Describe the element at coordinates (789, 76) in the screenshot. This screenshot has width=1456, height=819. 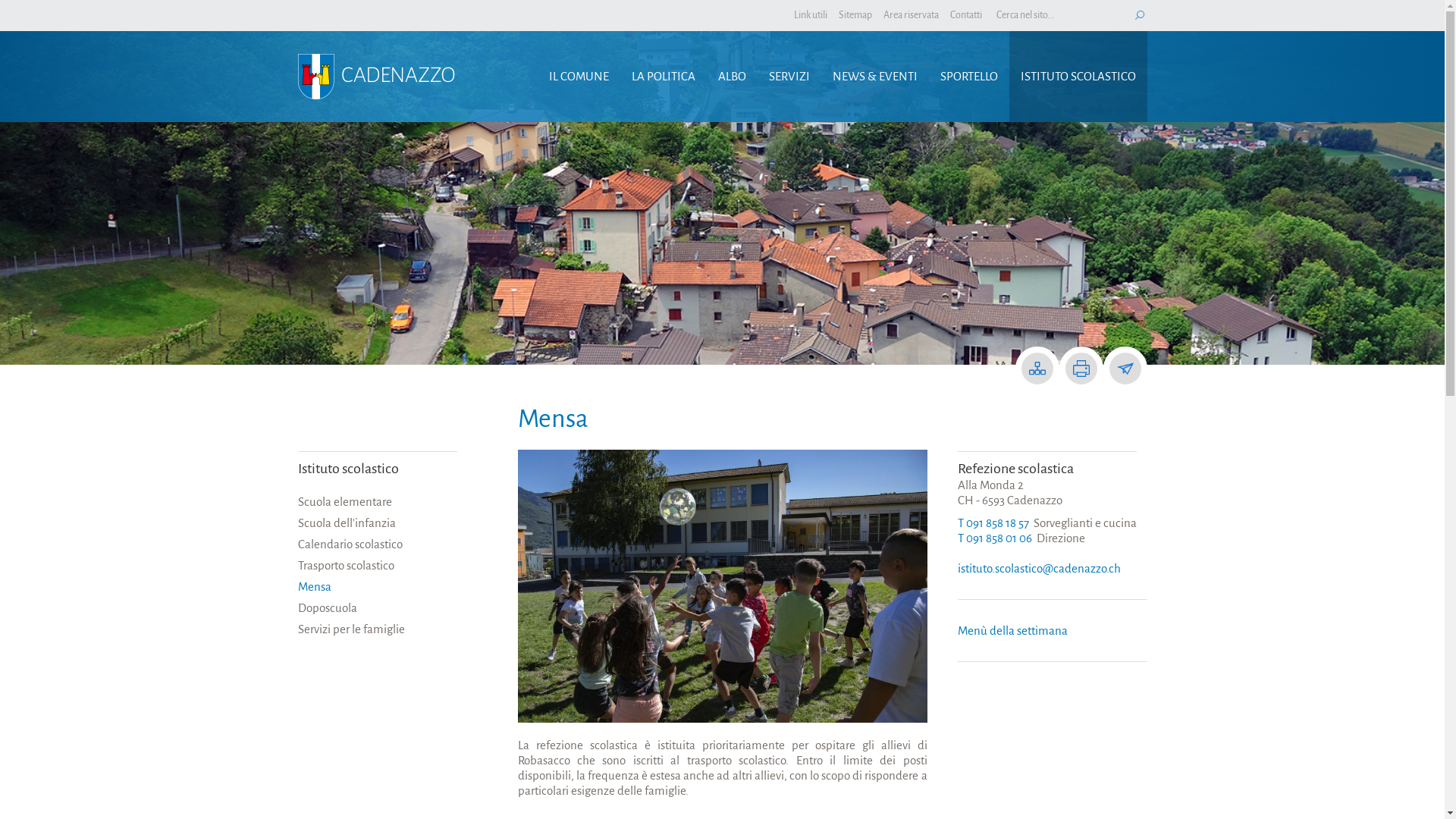
I see `'SERVIZI'` at that location.